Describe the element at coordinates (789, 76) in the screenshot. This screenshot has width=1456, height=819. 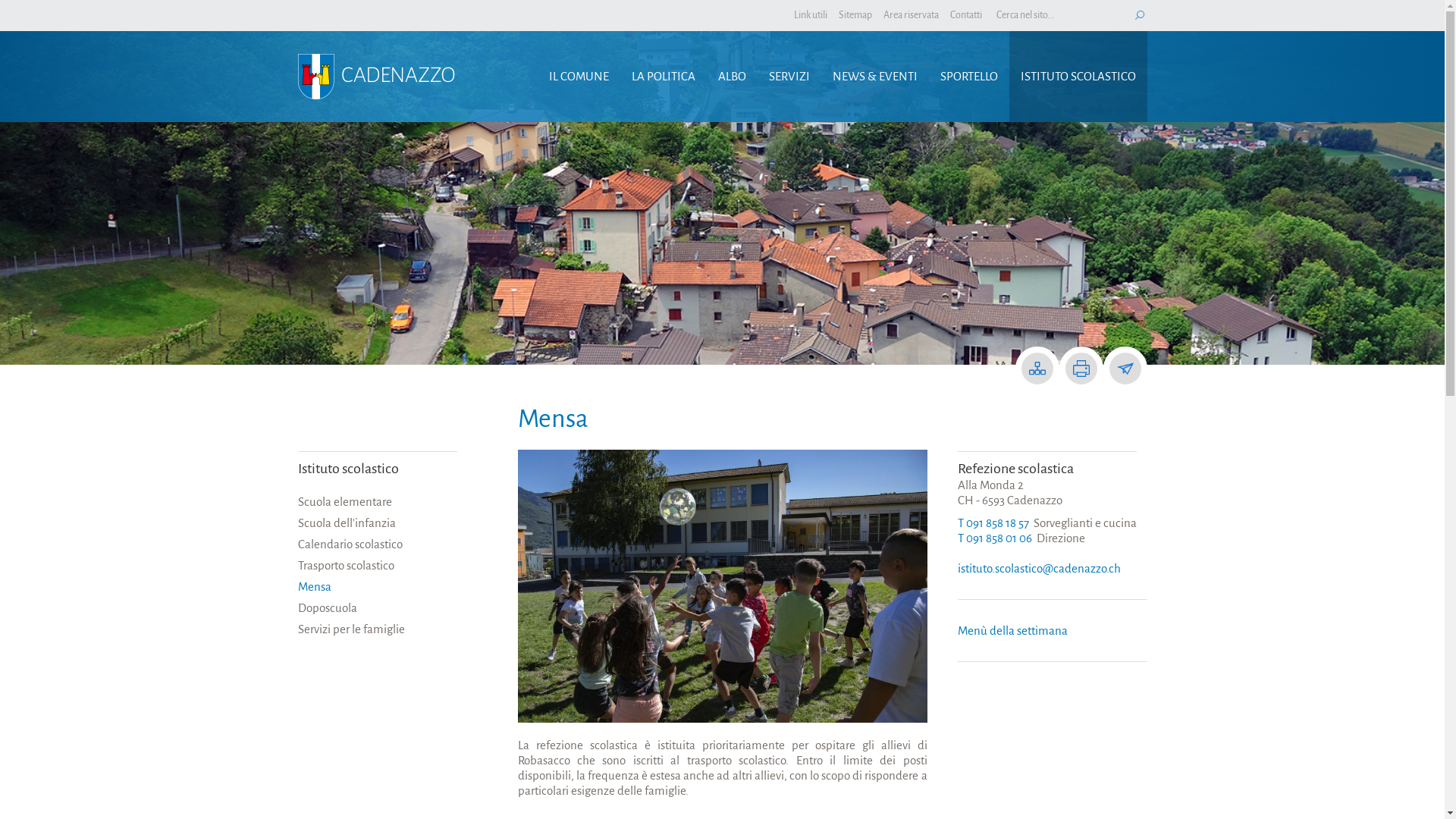
I see `'SERVIZI'` at that location.